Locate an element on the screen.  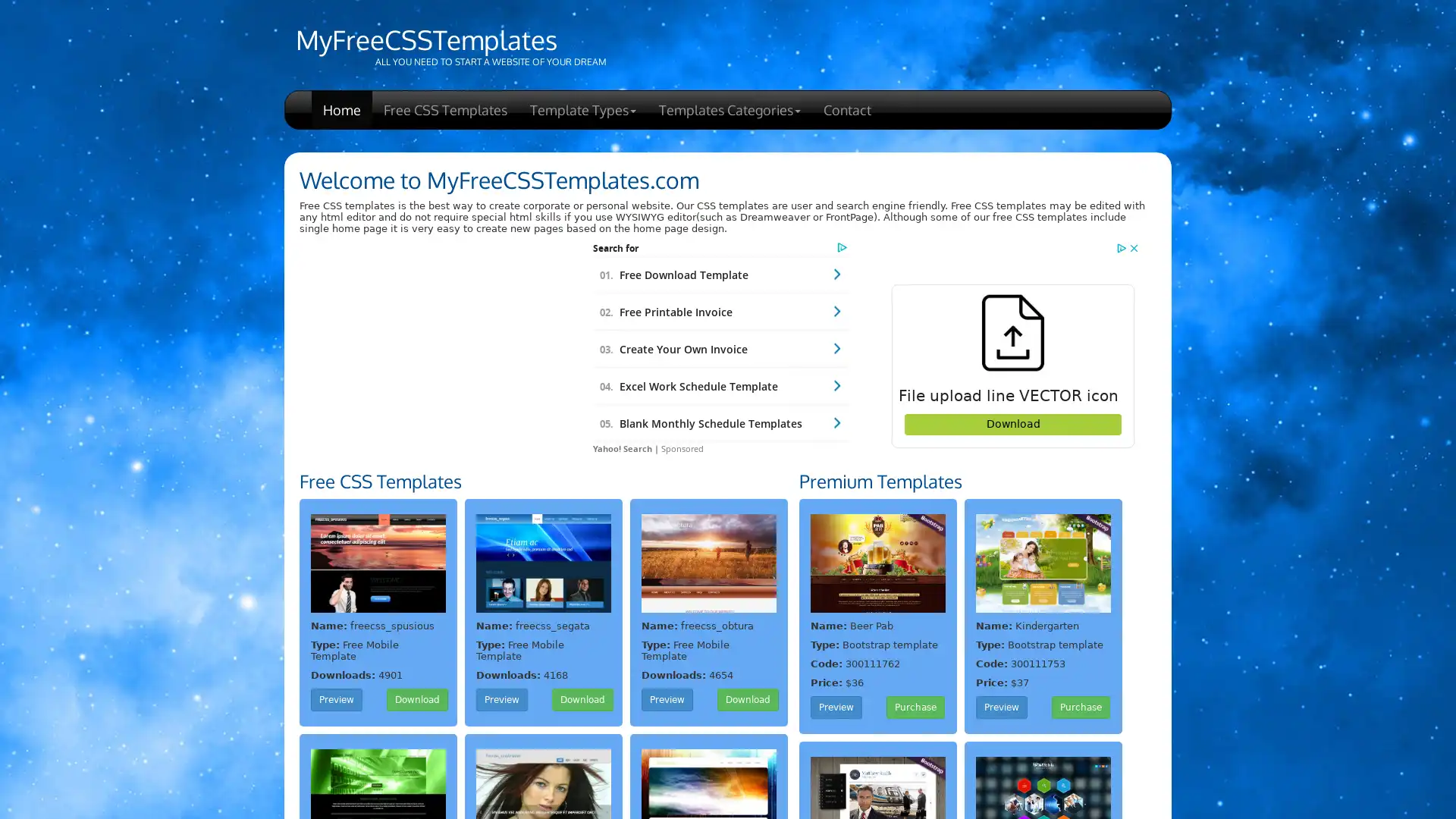
Preview is located at coordinates (336, 699).